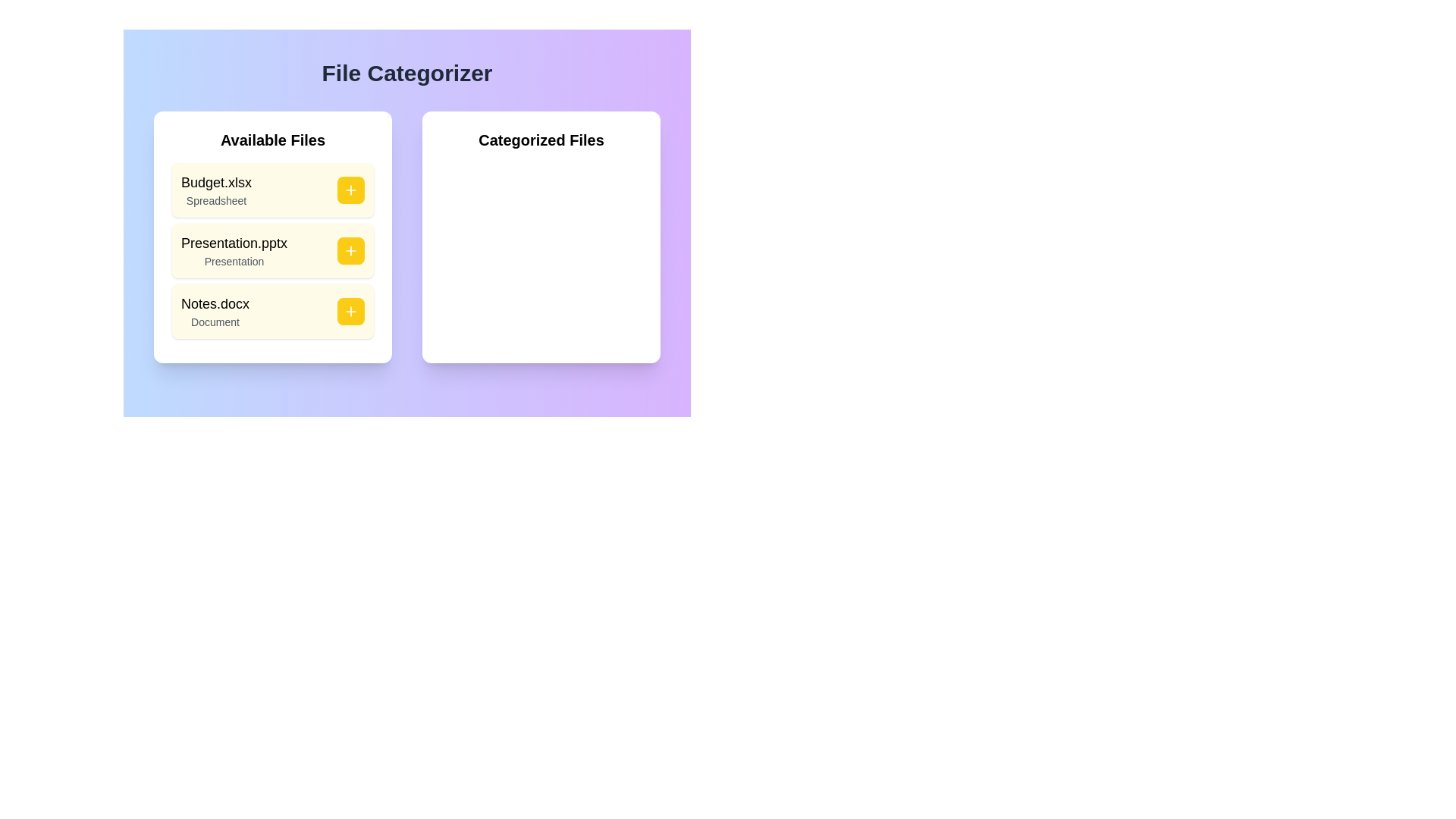 The height and width of the screenshot is (819, 1456). What do you see at coordinates (350, 311) in the screenshot?
I see `the small white plus sign icon with a yellow circular border located in the bottom-right corner of the third row in the 'Available Files' section` at bounding box center [350, 311].